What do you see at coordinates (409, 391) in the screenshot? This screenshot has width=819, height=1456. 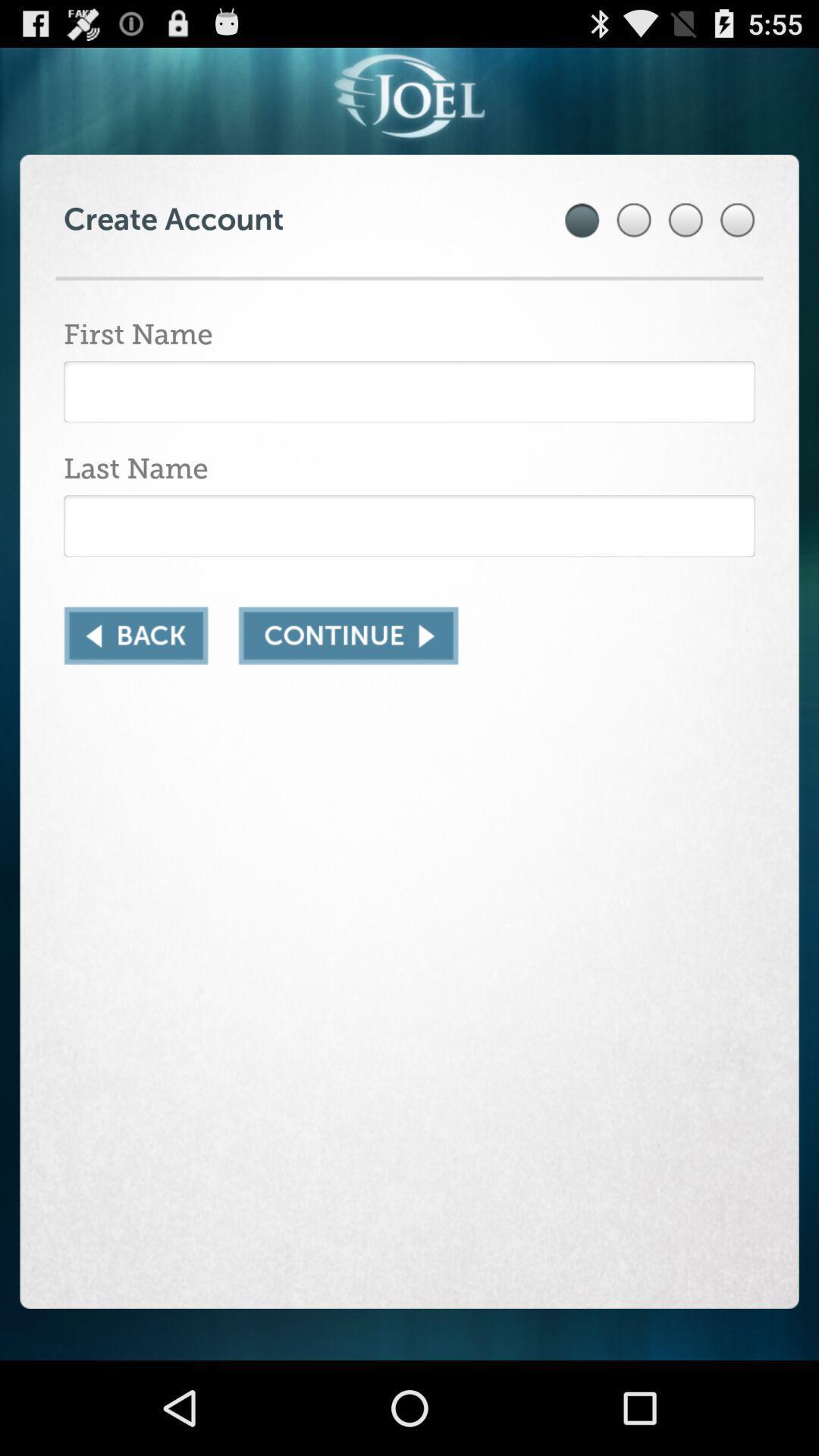 I see `first name below the circle` at bounding box center [409, 391].